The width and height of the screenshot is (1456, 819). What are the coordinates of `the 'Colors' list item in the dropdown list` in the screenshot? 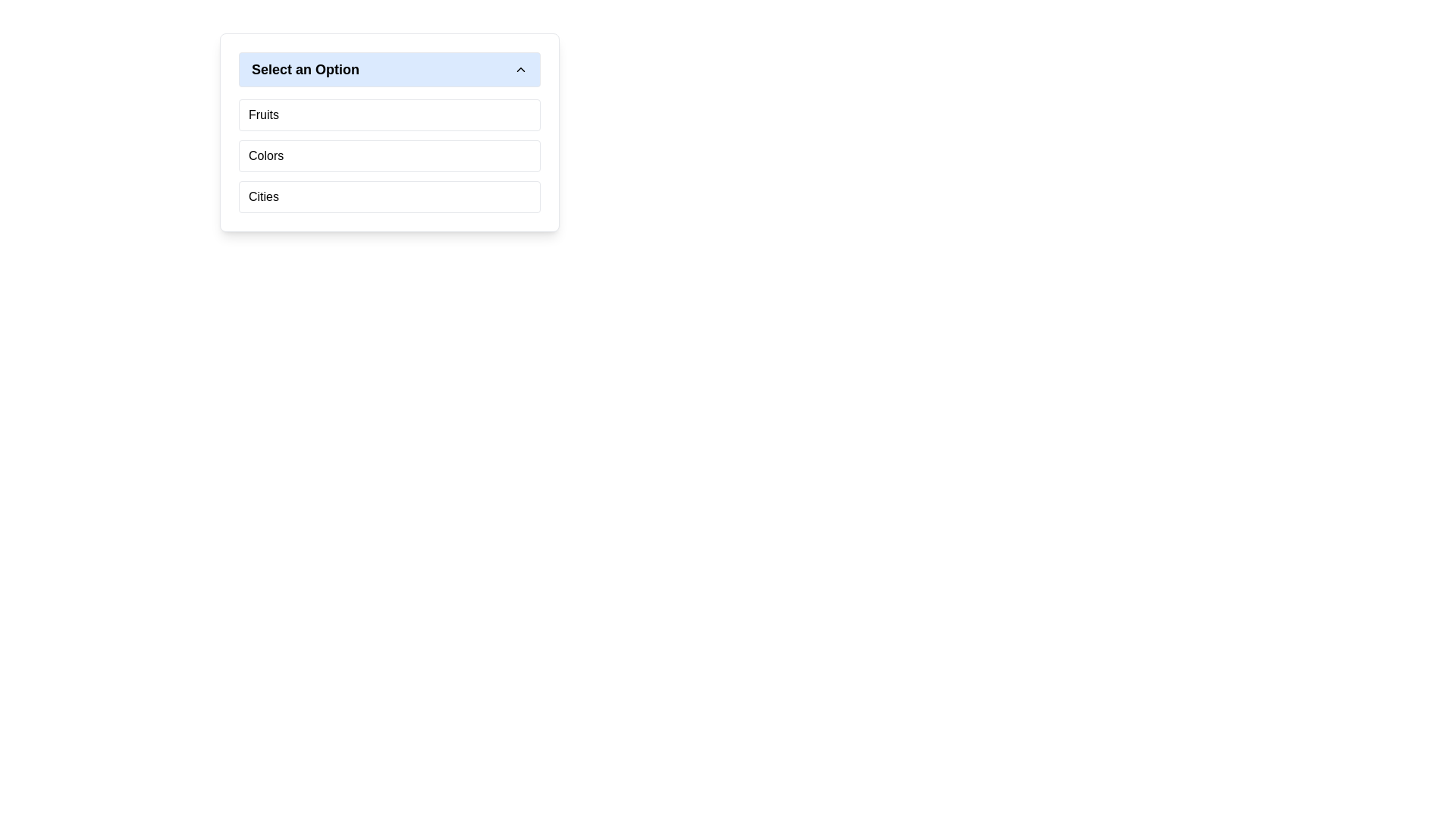 It's located at (389, 155).